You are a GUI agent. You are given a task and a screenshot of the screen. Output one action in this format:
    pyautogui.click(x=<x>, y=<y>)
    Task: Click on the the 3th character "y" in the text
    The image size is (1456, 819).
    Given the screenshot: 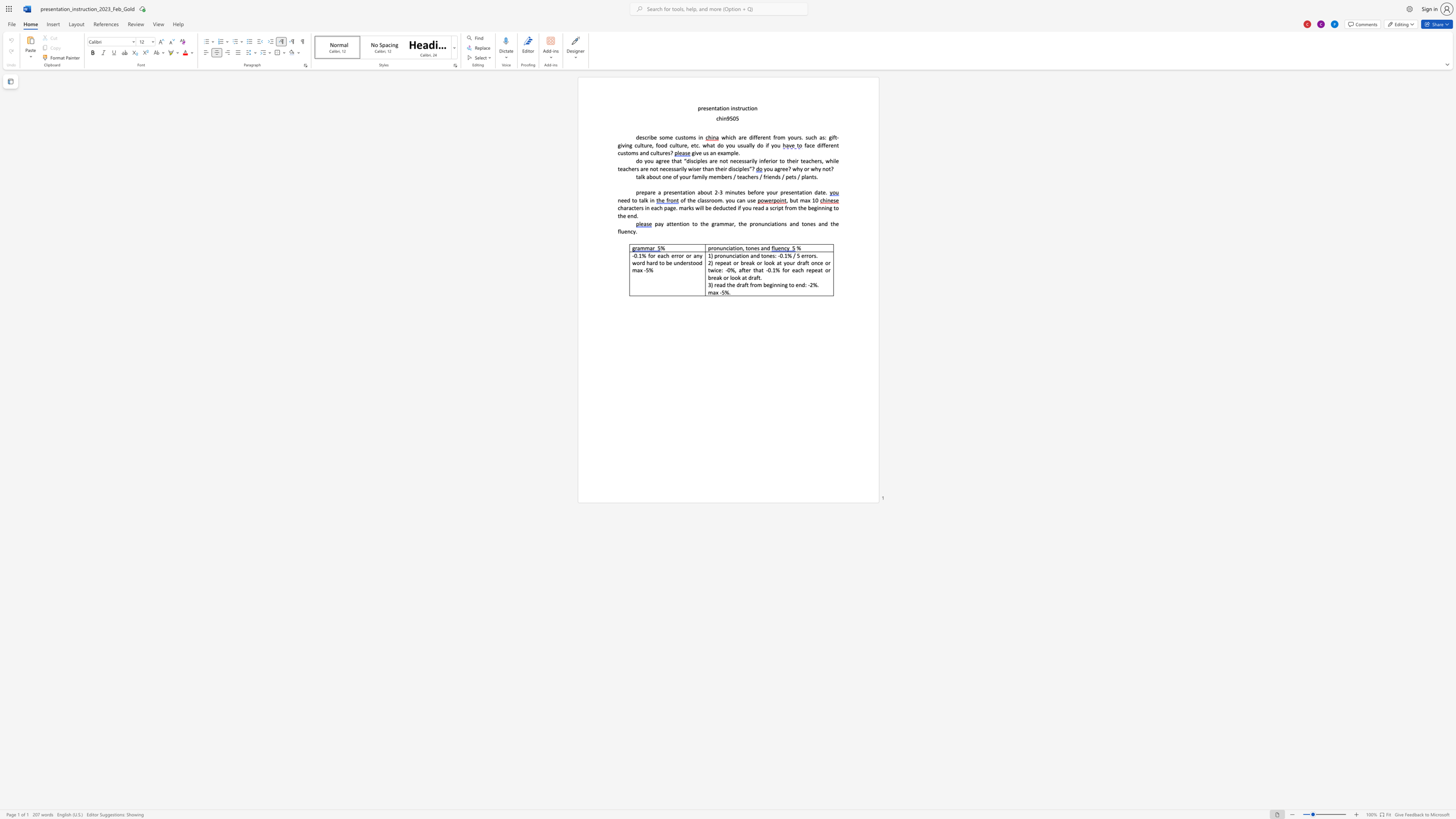 What is the action you would take?
    pyautogui.click(x=772, y=145)
    